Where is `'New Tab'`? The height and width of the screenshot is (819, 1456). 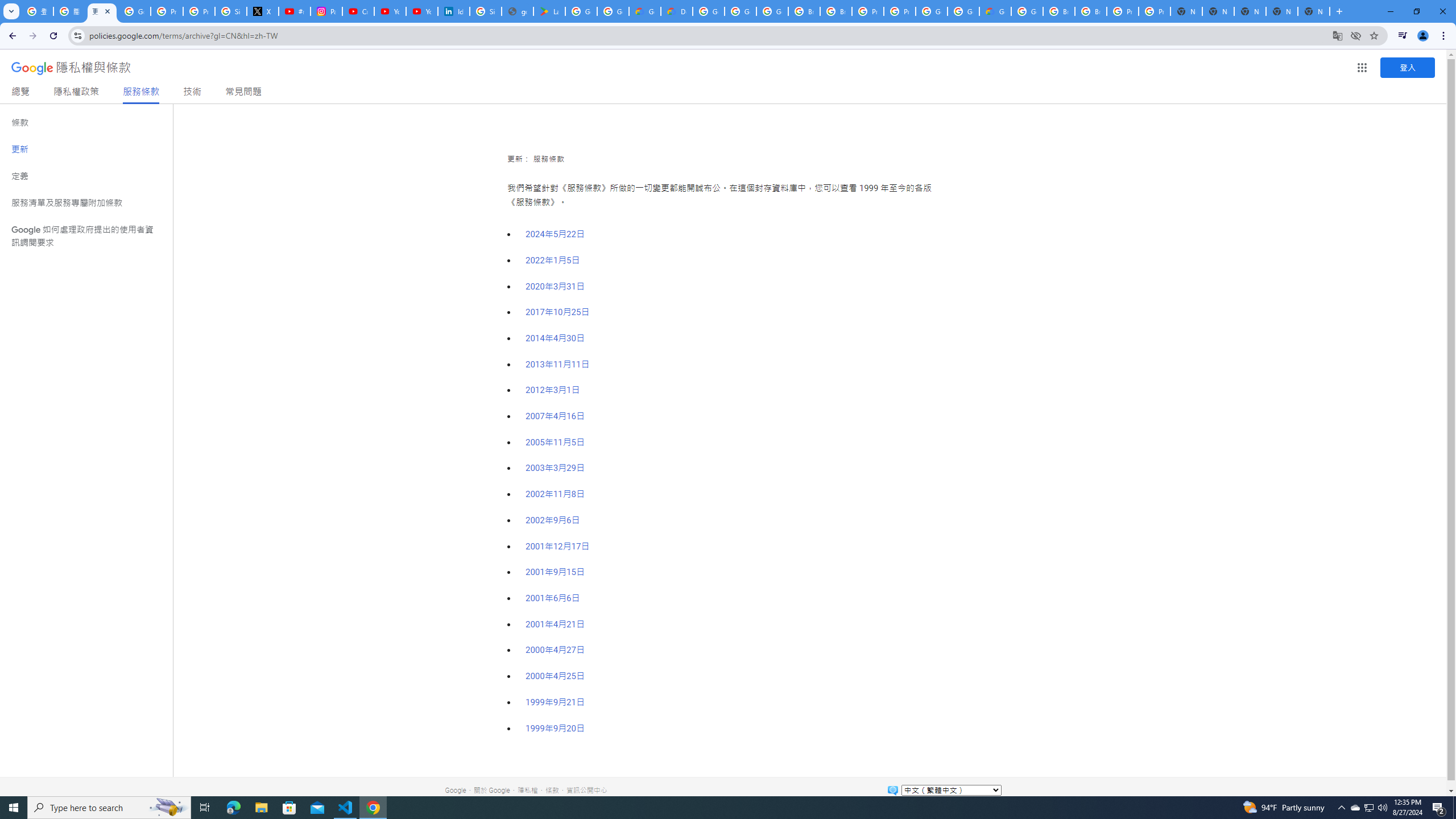
'New Tab' is located at coordinates (1314, 11).